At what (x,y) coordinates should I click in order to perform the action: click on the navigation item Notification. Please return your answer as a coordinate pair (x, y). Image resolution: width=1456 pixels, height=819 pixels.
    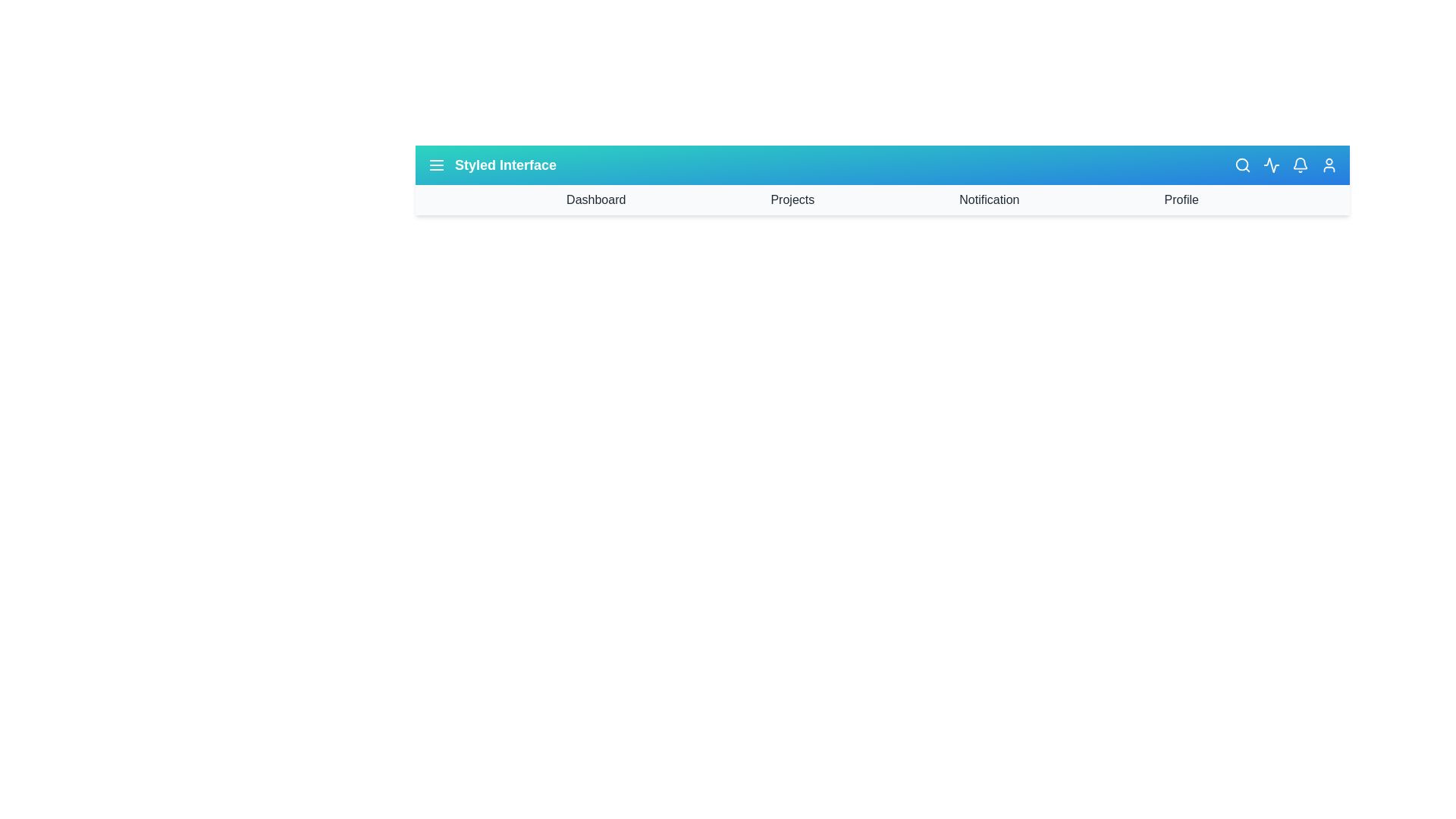
    Looking at the image, I should click on (990, 199).